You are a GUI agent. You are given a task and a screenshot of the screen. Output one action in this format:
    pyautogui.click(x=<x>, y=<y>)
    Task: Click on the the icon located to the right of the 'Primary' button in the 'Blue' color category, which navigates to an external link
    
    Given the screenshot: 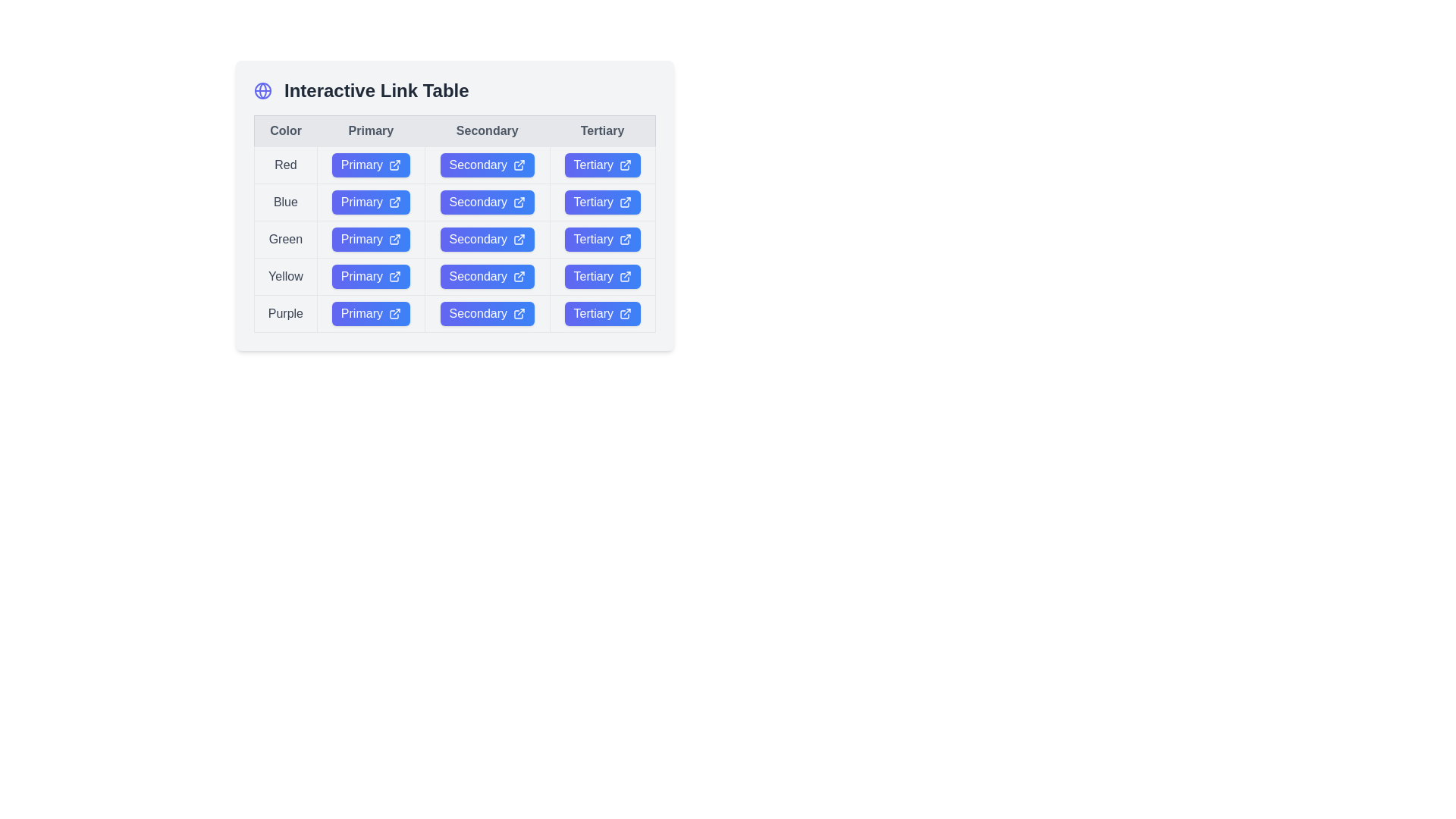 What is the action you would take?
    pyautogui.click(x=394, y=201)
    